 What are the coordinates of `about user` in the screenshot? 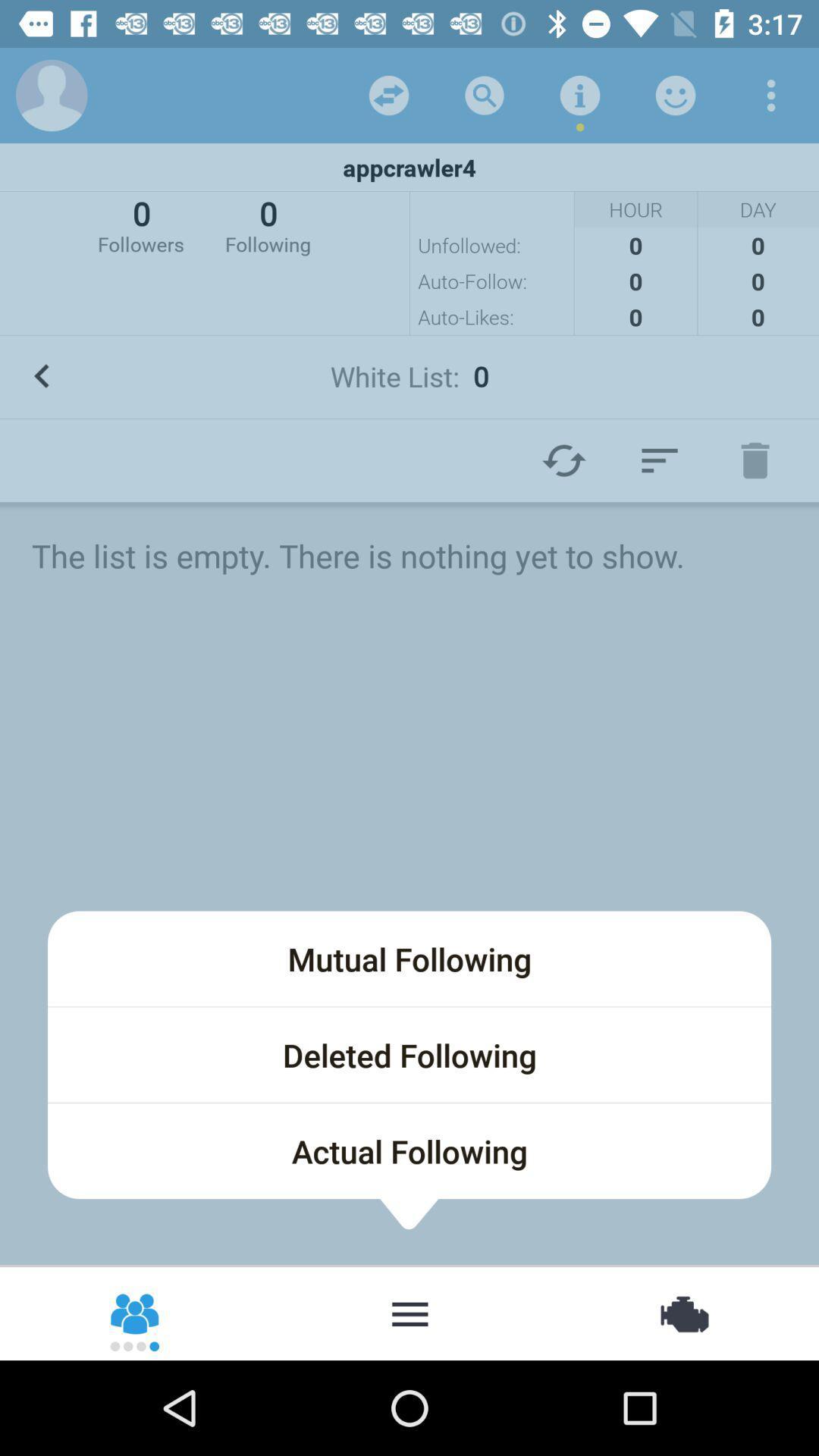 It's located at (675, 94).